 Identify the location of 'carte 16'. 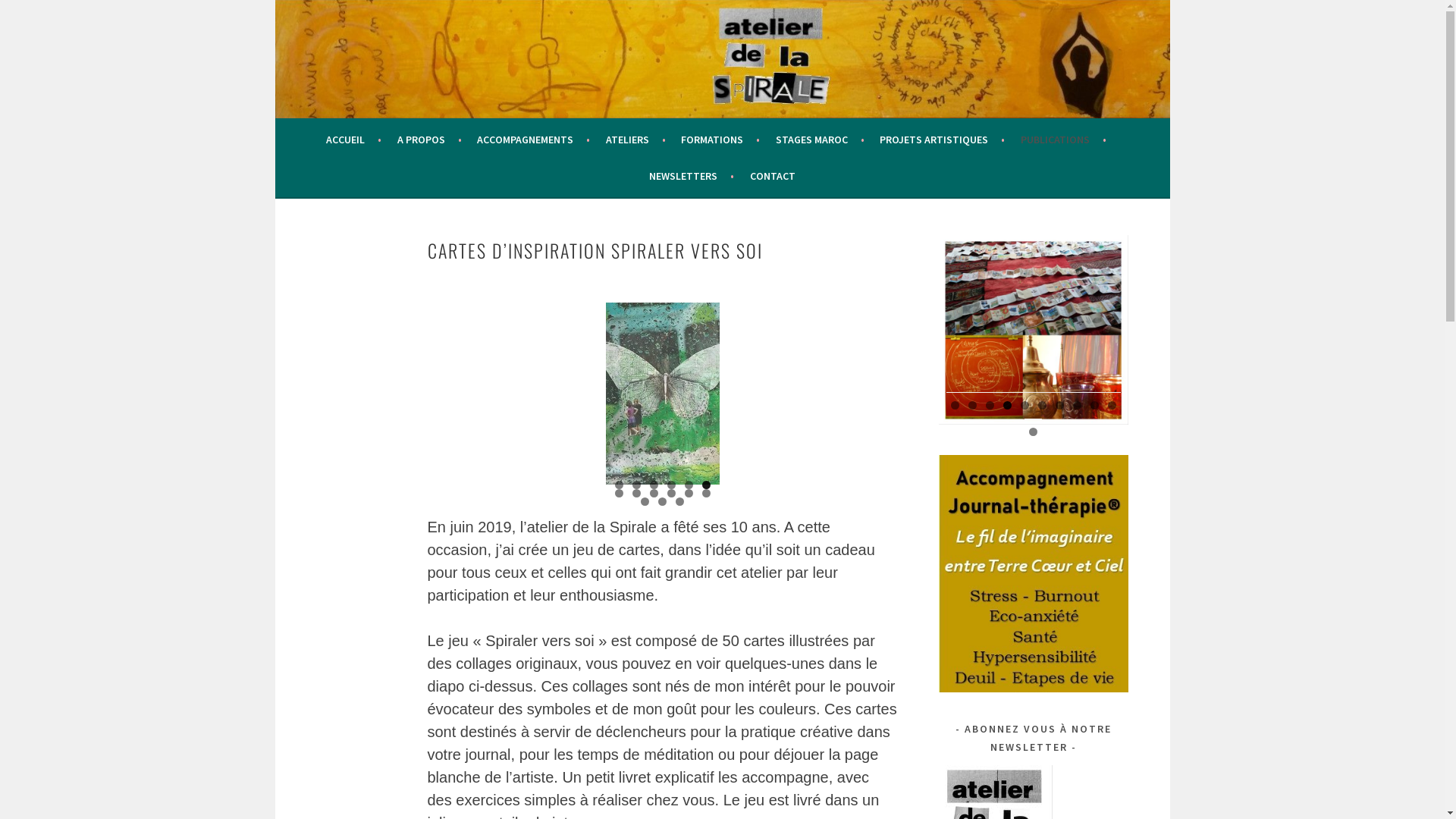
(662, 393).